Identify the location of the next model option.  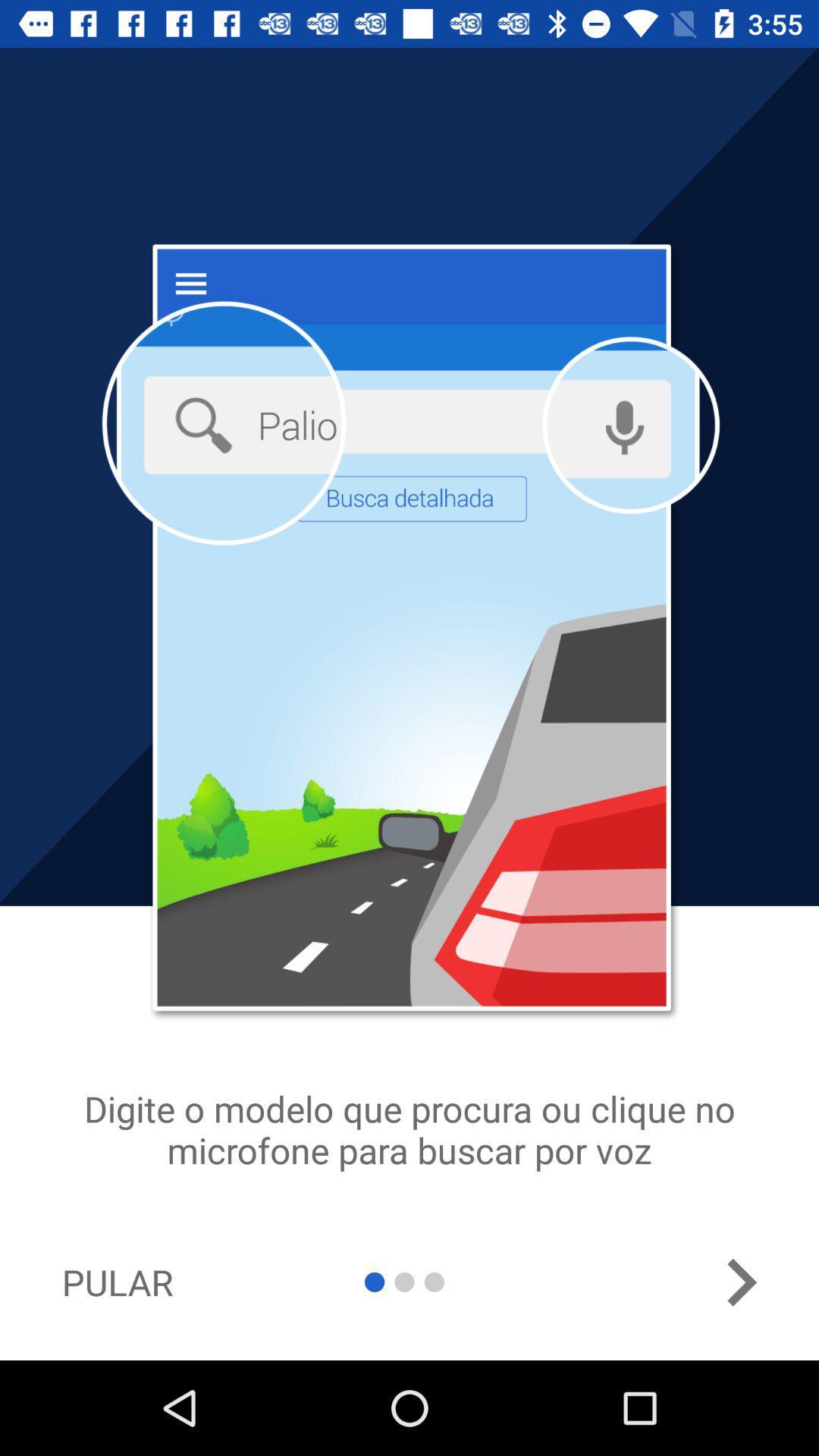
(740, 1282).